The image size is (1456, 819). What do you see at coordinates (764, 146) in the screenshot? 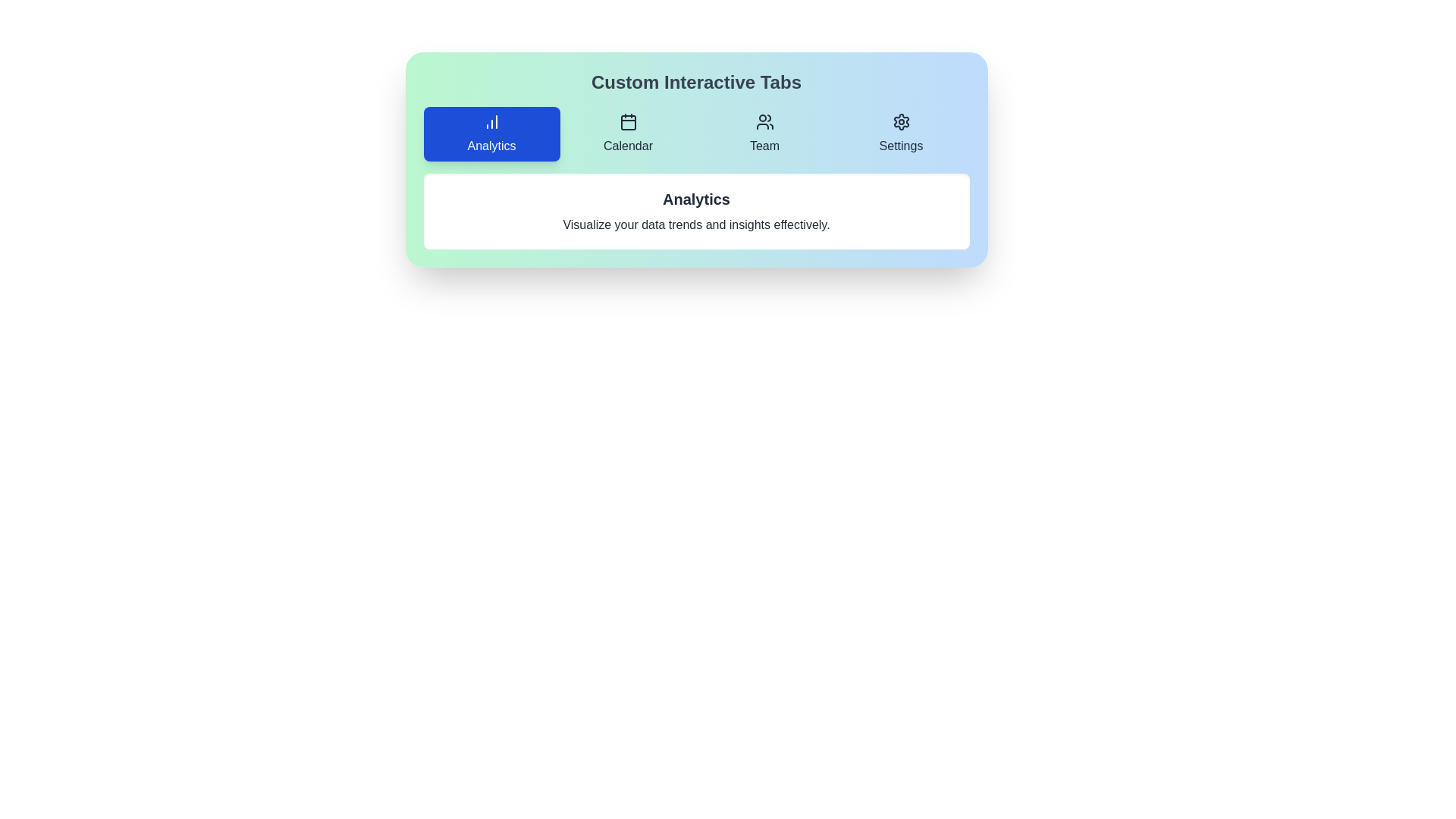
I see `the 'Team' label located beneath the group of people icon in the top navigation bar` at bounding box center [764, 146].